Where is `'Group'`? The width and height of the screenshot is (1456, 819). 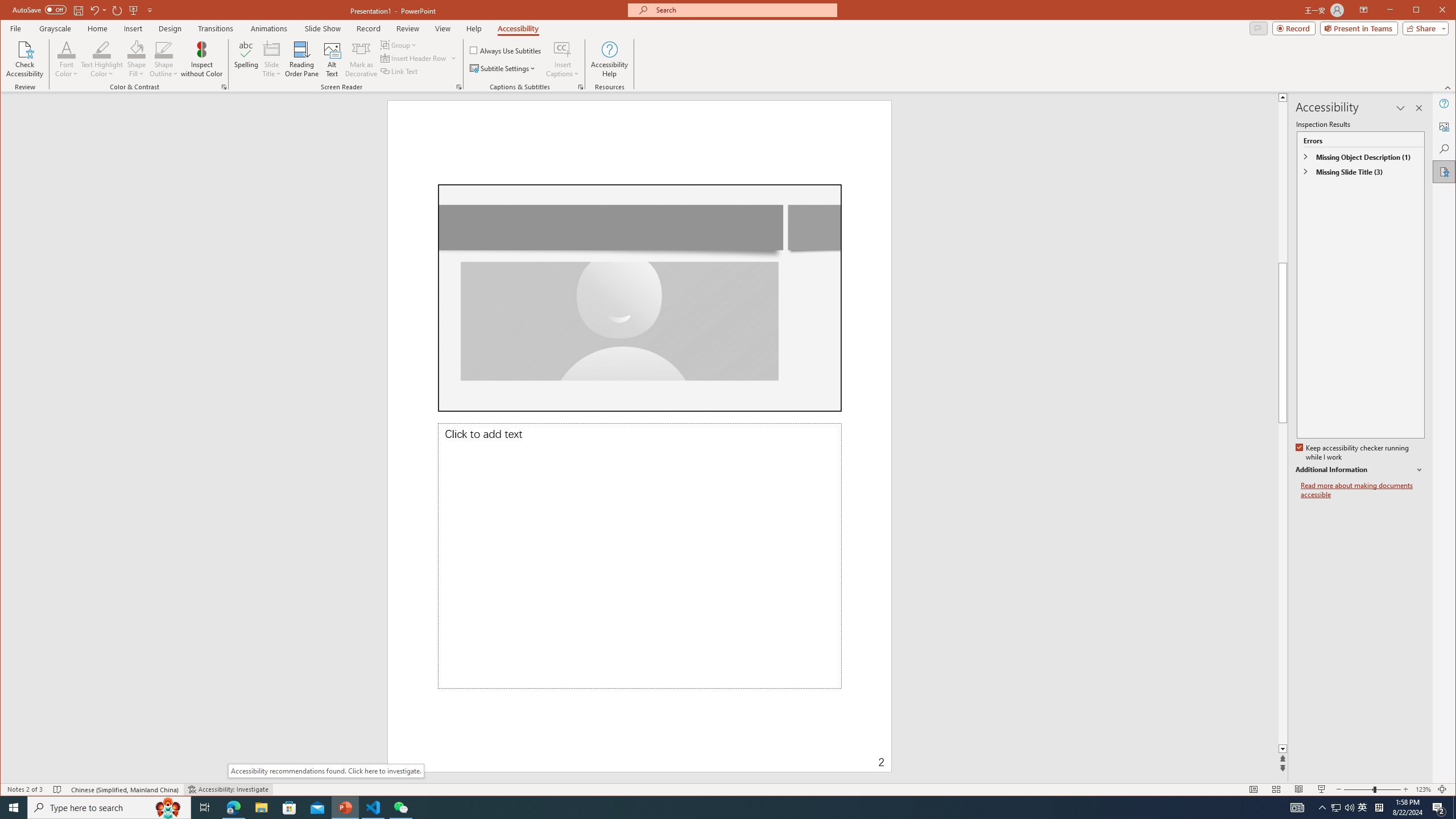
'Group' is located at coordinates (399, 44).